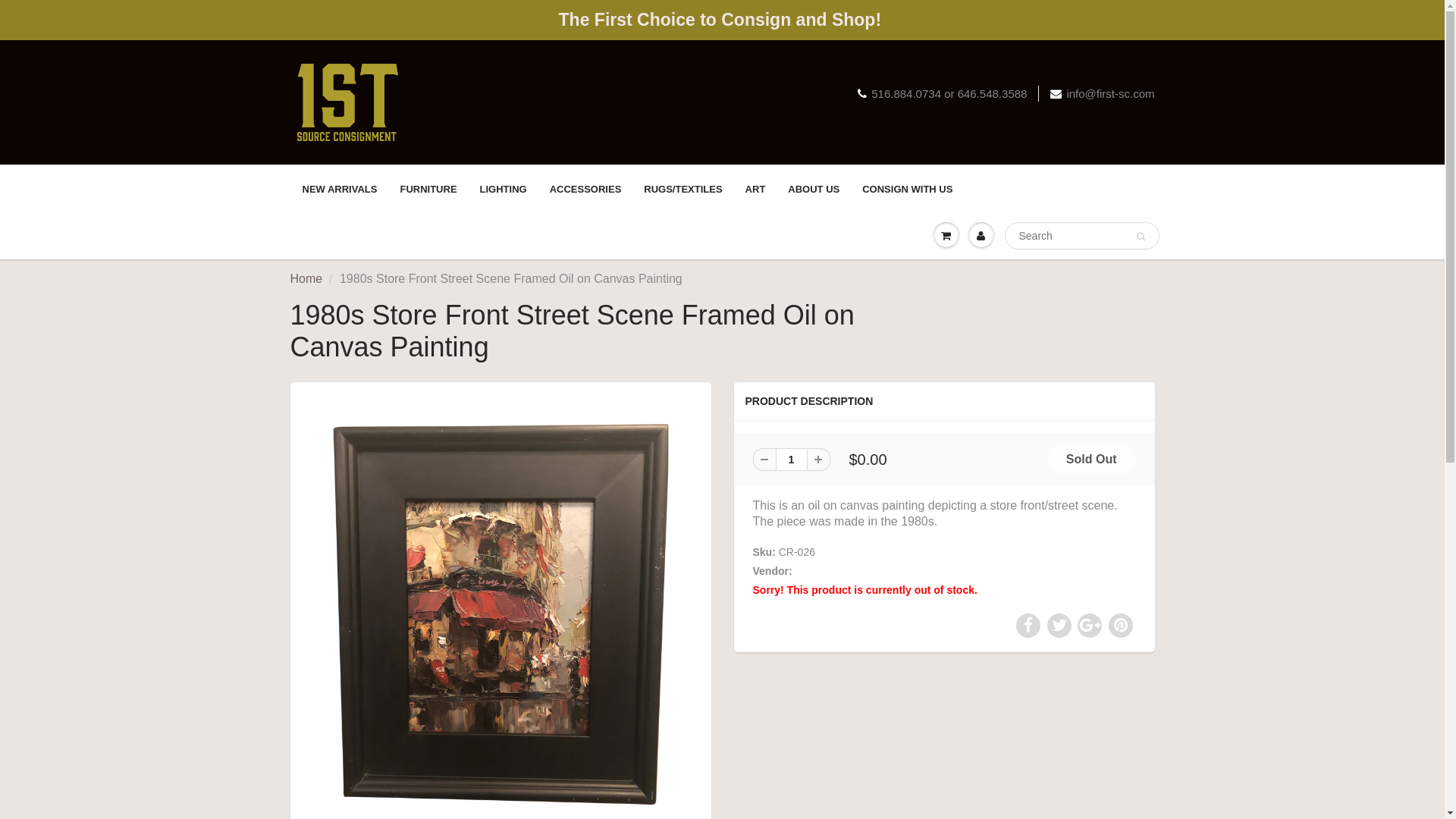 This screenshot has width=1456, height=819. I want to click on 'NEW ARRIVALS', so click(339, 189).